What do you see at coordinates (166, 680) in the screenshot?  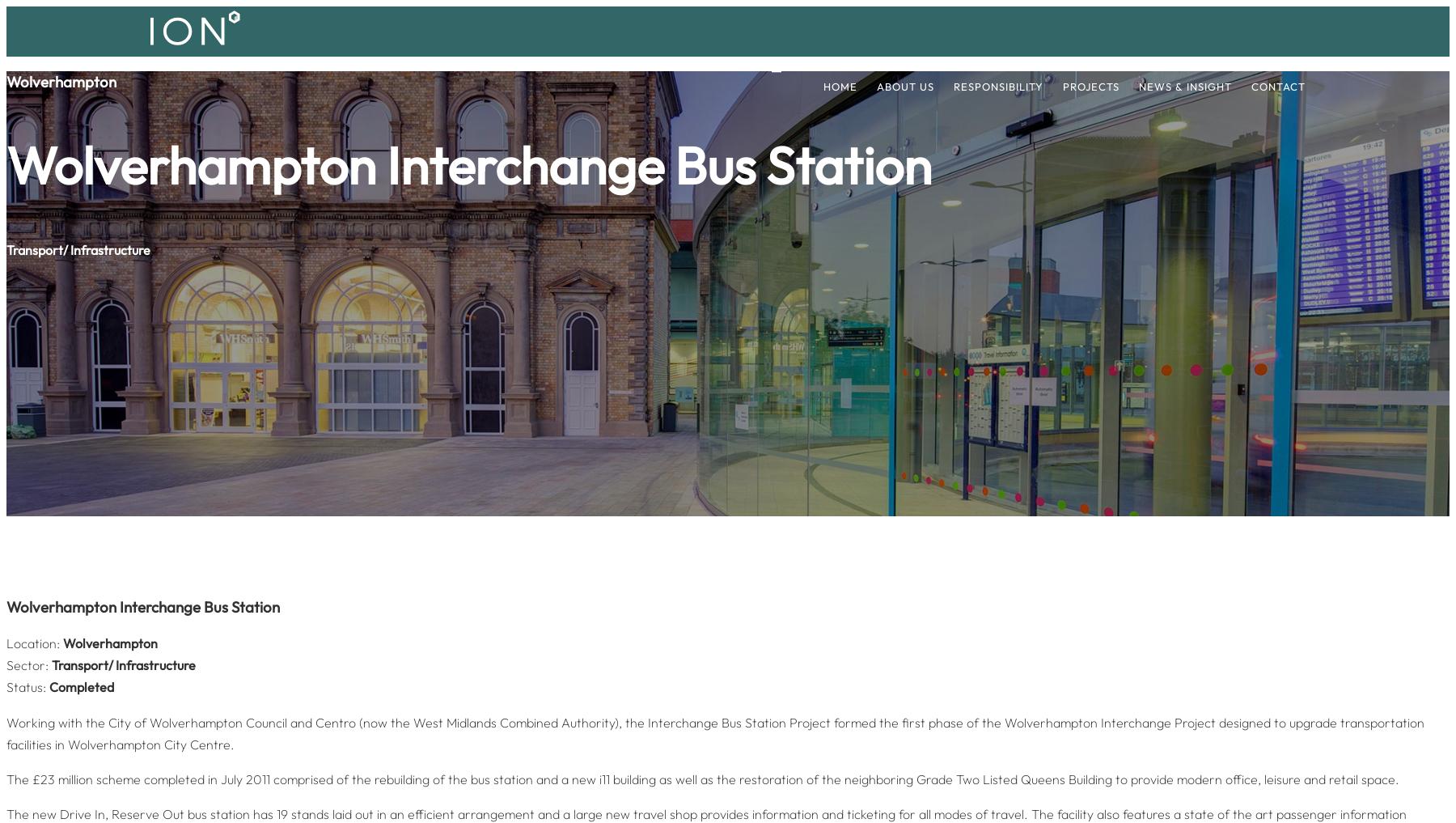 I see `'+44 (0)151 293 1010'` at bounding box center [166, 680].